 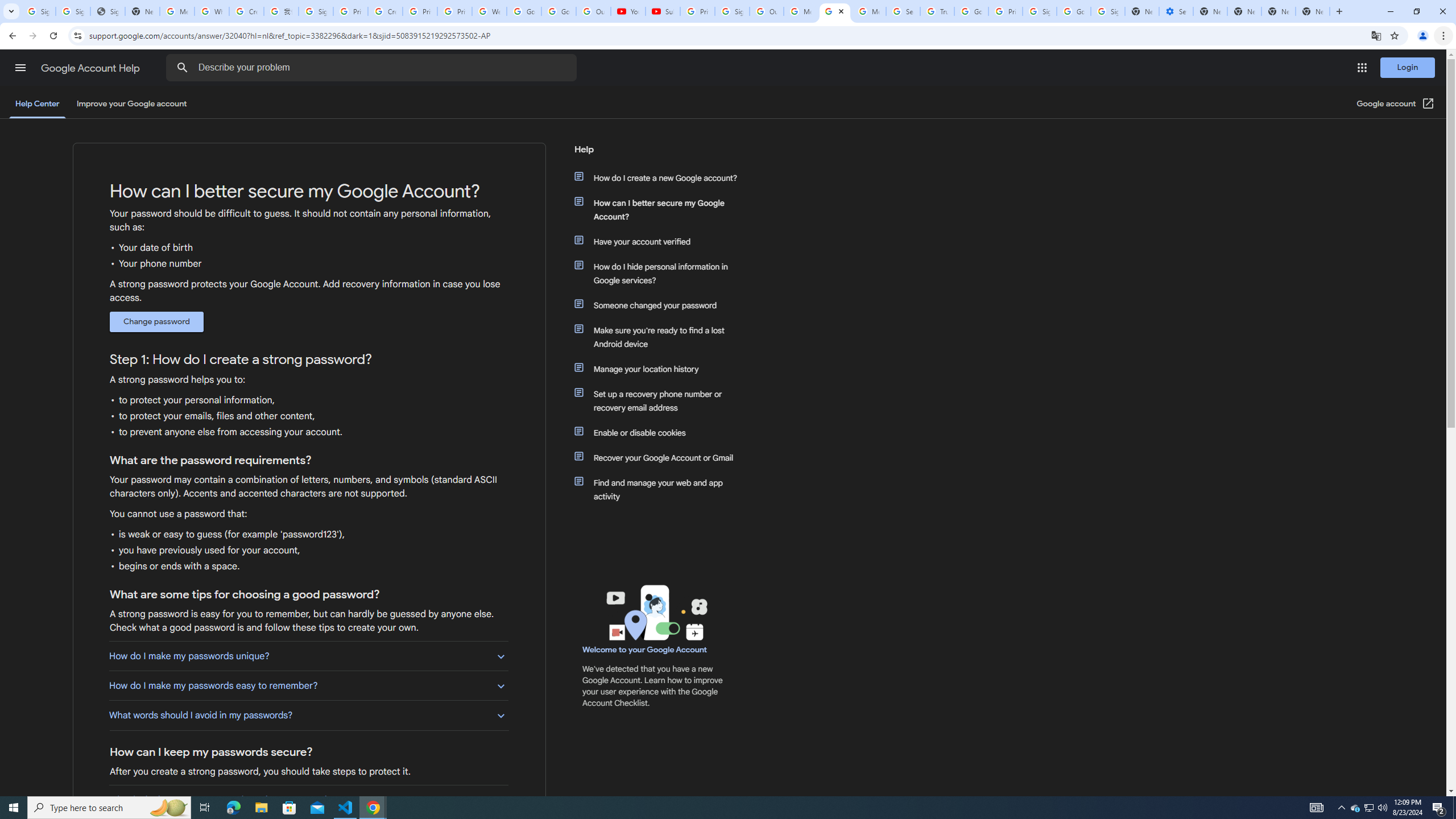 What do you see at coordinates (661, 490) in the screenshot?
I see `'Find and manage your web and app activity'` at bounding box center [661, 490].